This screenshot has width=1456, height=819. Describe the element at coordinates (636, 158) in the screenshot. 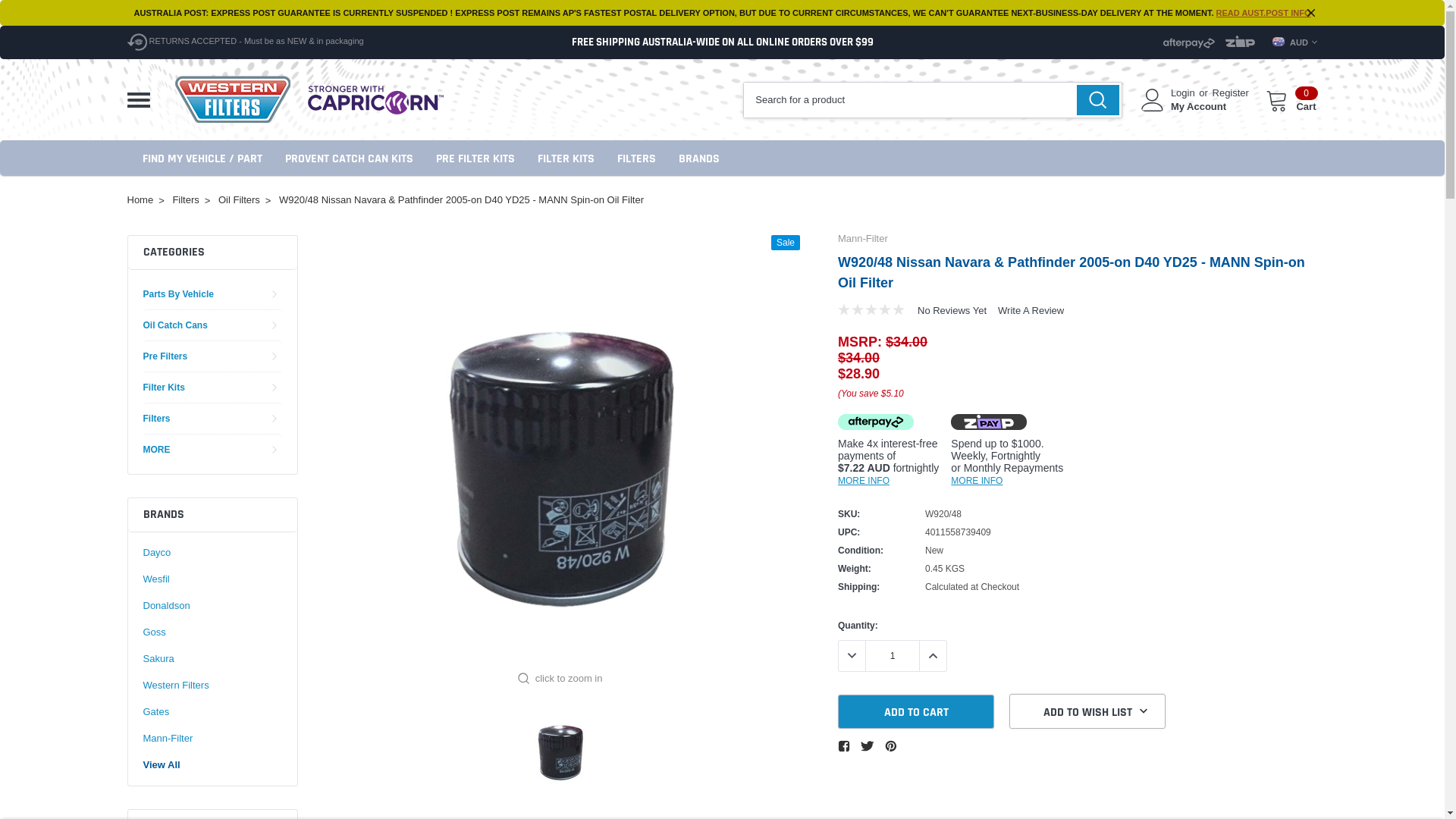

I see `'FILTERS'` at that location.